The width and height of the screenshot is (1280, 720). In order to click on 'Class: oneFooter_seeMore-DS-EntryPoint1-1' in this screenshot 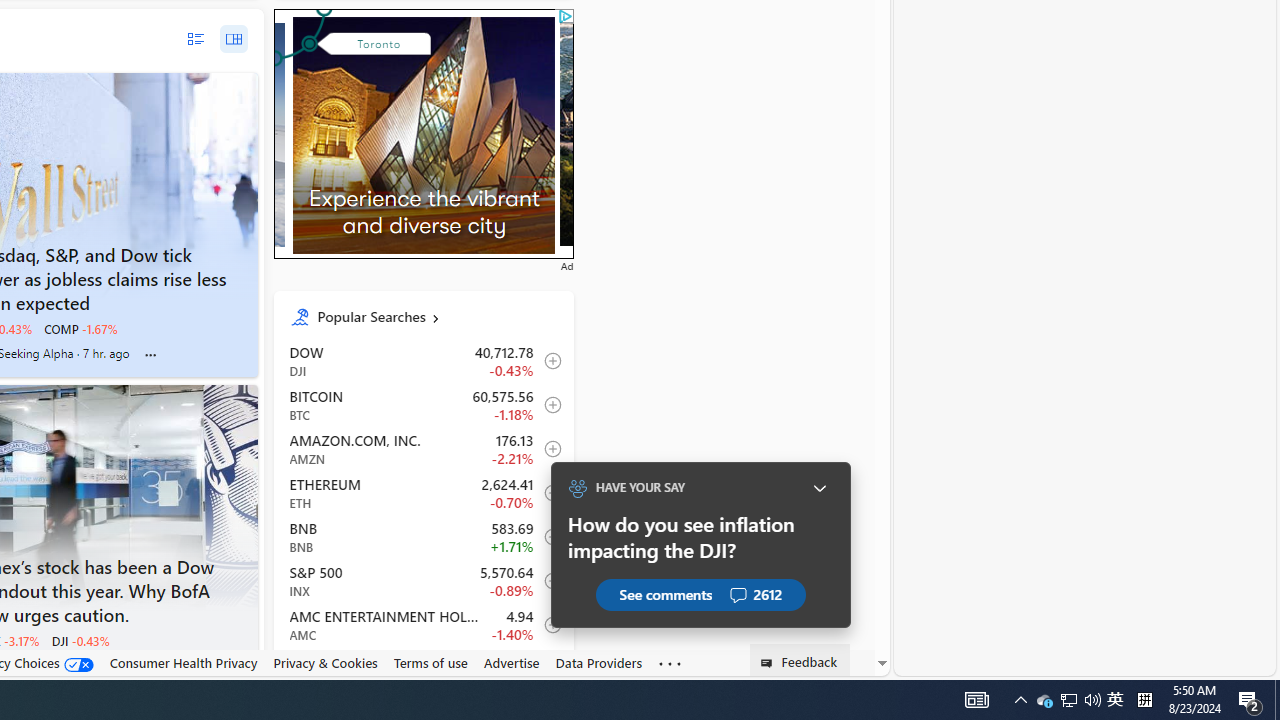, I will do `click(670, 663)`.